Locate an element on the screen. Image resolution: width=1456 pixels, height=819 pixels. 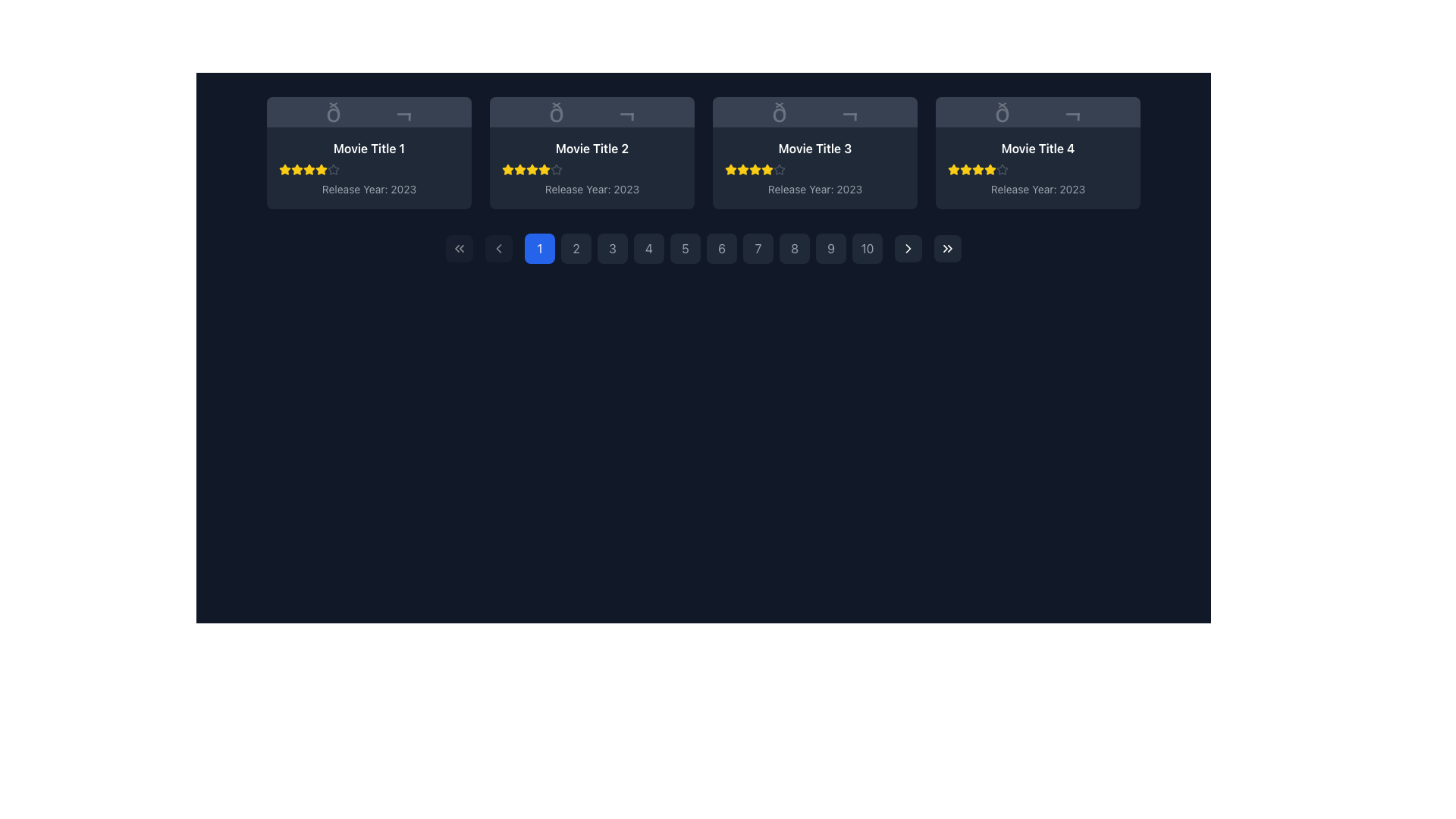
the fifth gray star in the rating component for 'Movie Title 4' is located at coordinates (1002, 169).